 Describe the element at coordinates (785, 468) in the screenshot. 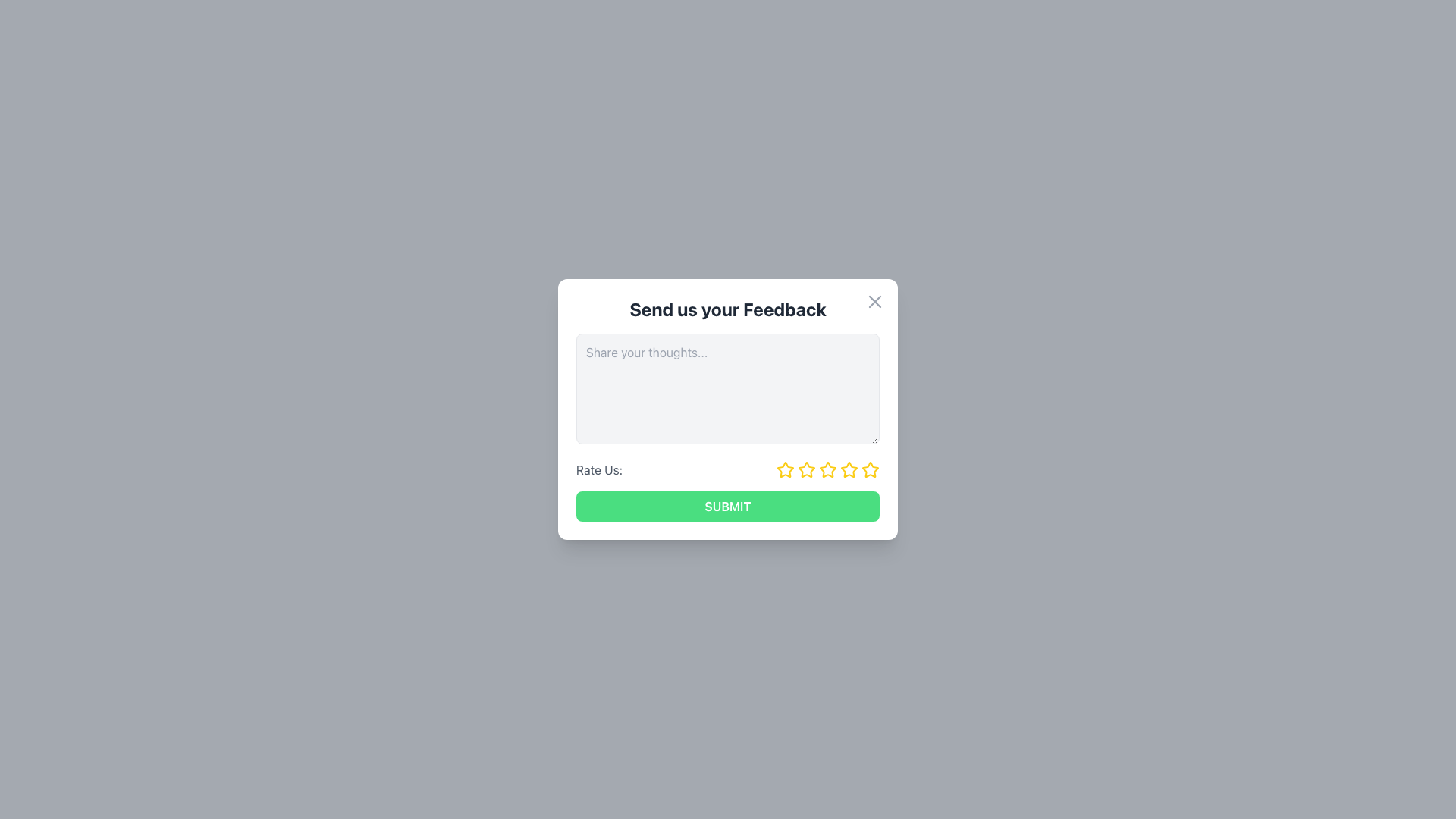

I see `the leftmost star icon with a yellow outline and white-filled interior` at that location.